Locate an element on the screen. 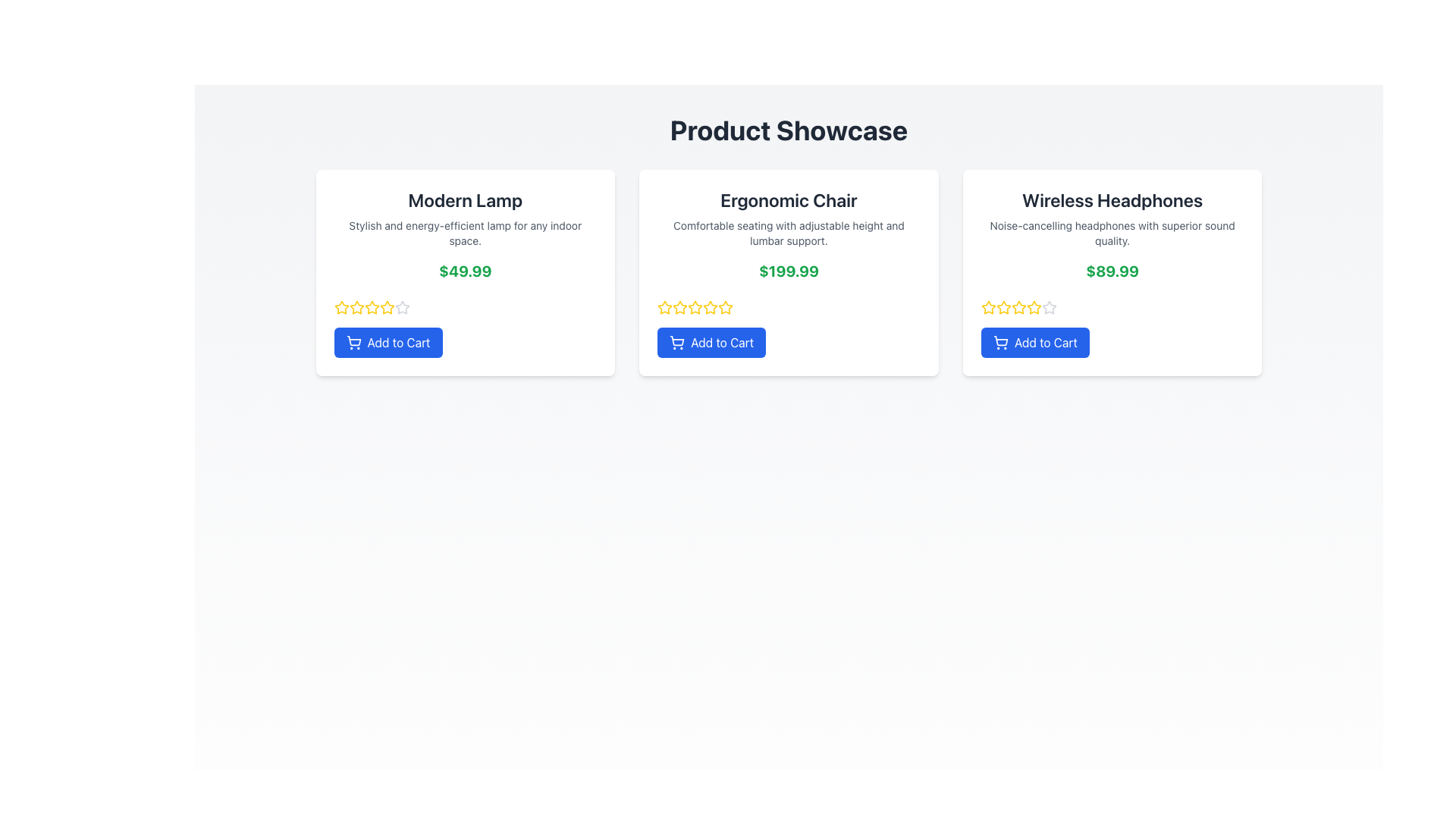  the fourth yellow star icon in the five-star rating system under the 'Wireless Headphones' product card is located at coordinates (1018, 307).